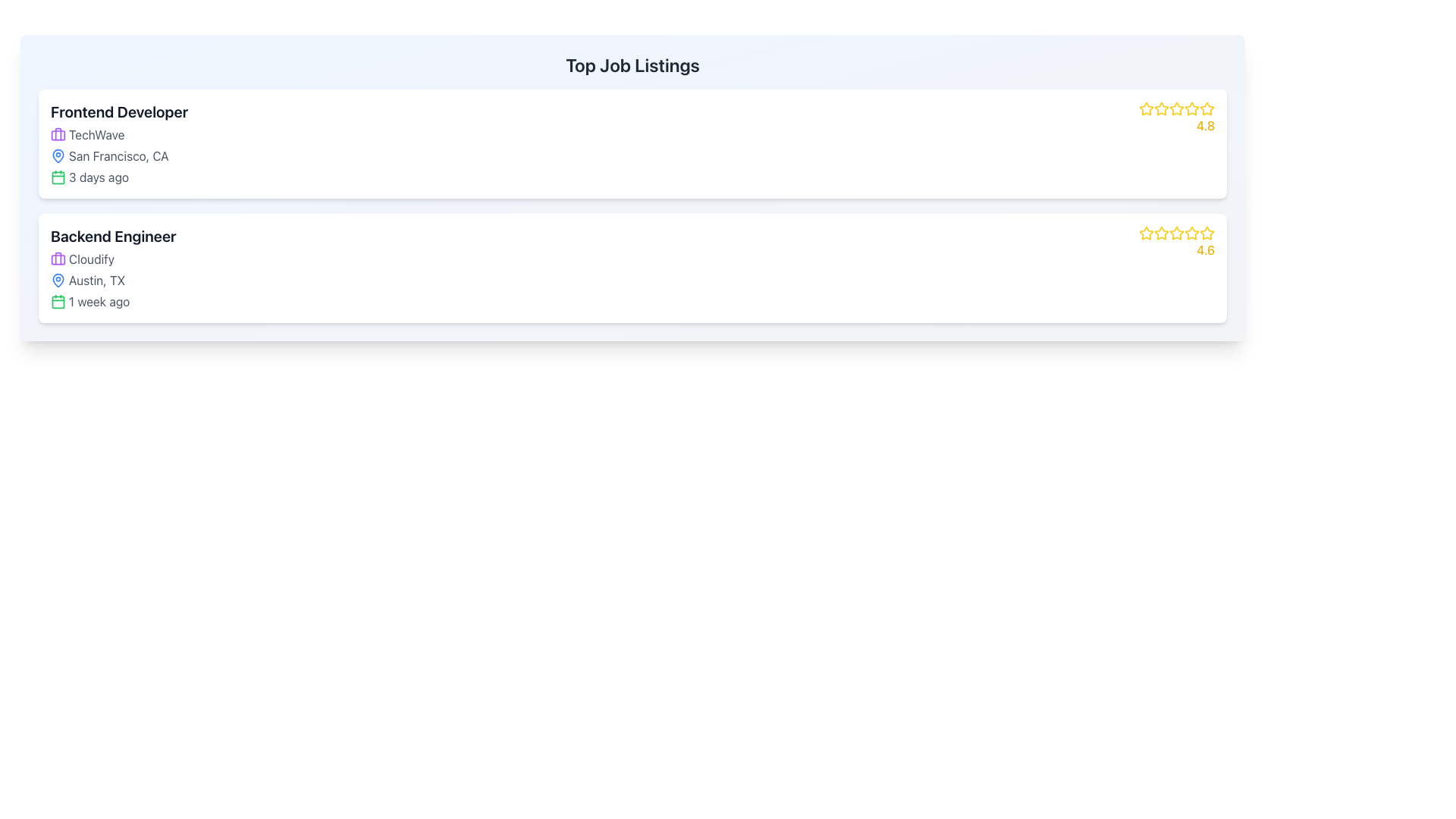  Describe the element at coordinates (58, 133) in the screenshot. I see `the decorative icon associated with the 'TechWave' organization in the first job listing card for interaction, if enabled` at that location.